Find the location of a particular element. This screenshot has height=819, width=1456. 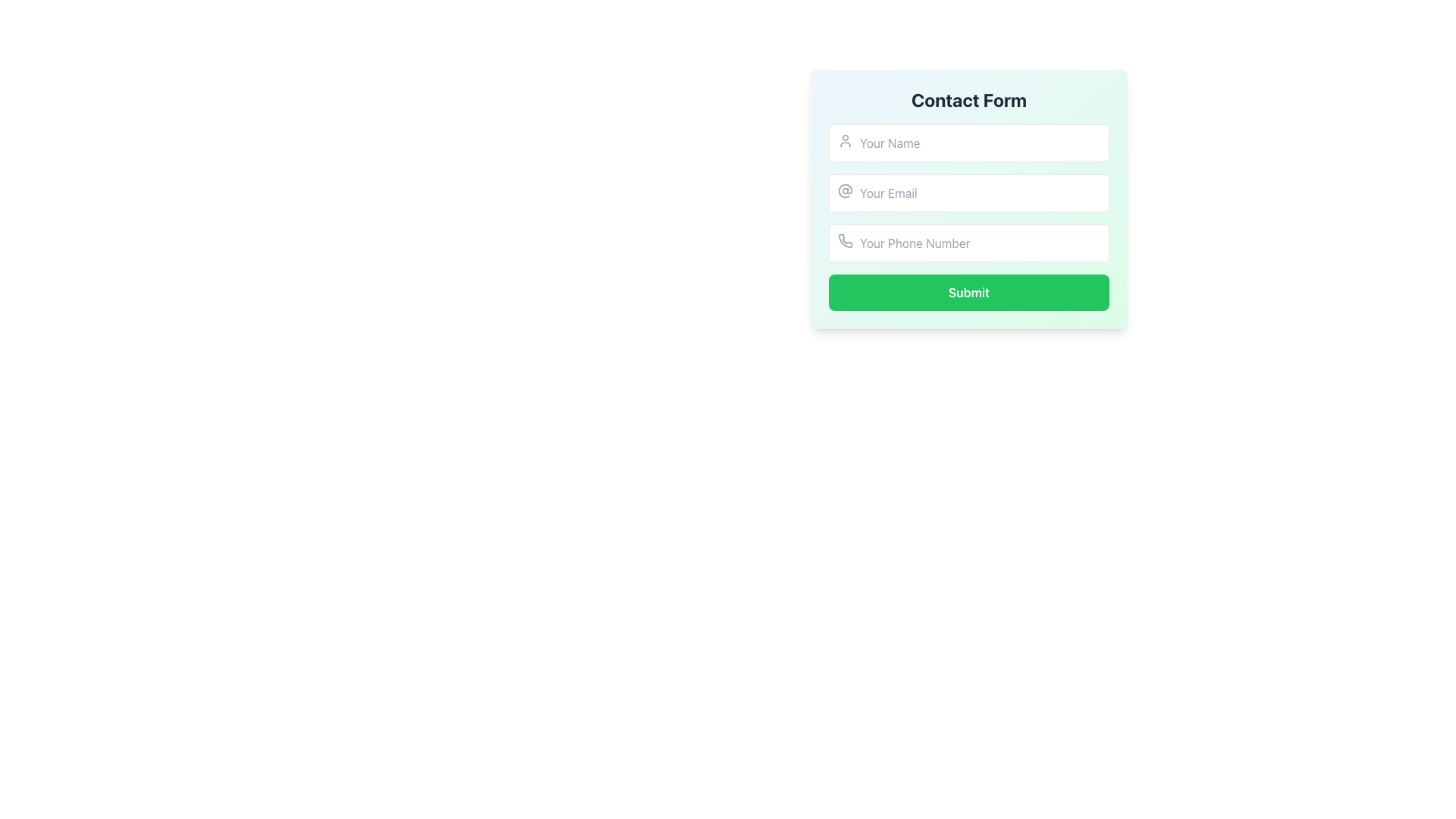

the email input field with placeholder 'Your Email' in the 'Contact Form' is located at coordinates (968, 192).